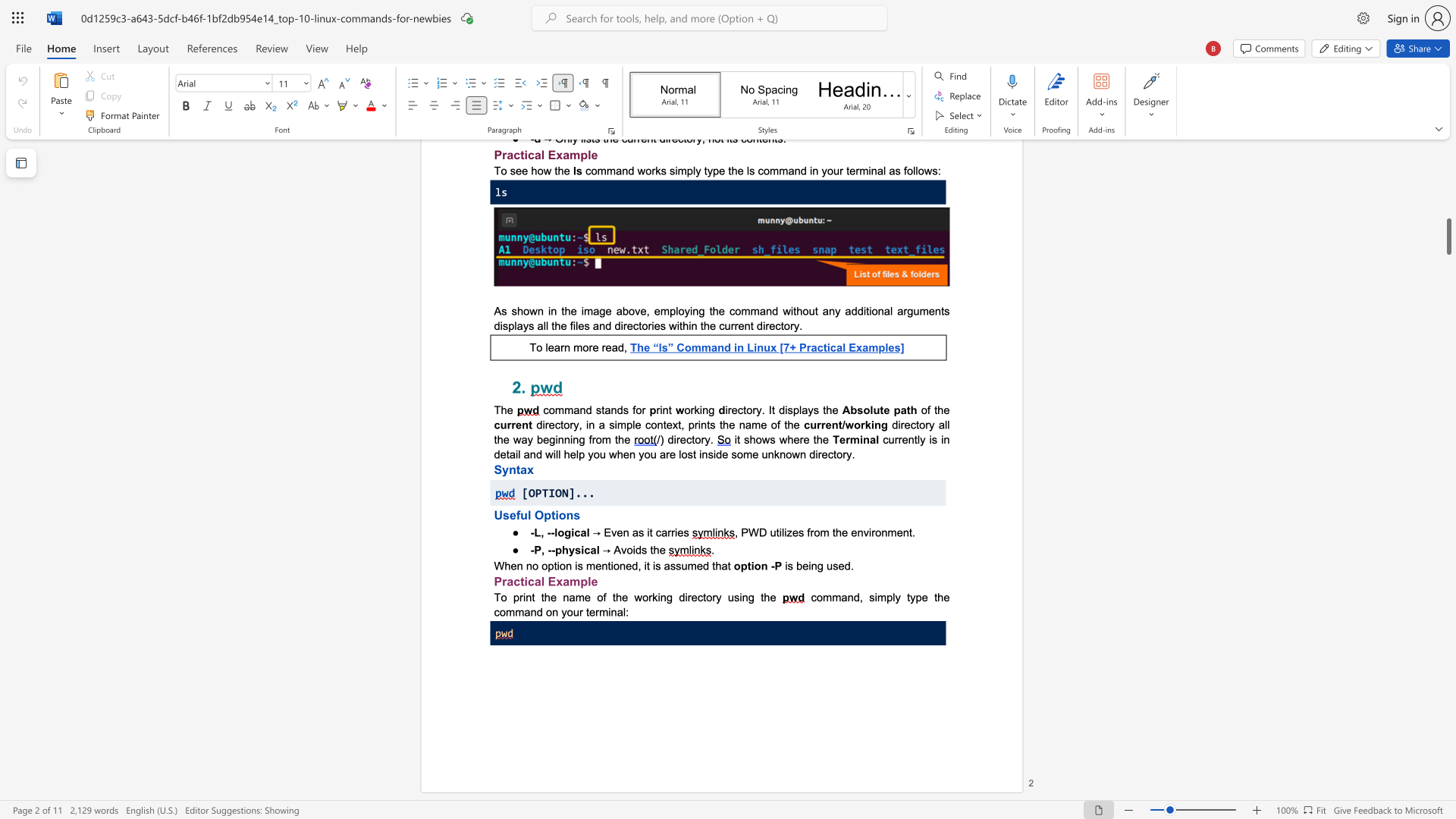 Image resolution: width=1456 pixels, height=819 pixels. What do you see at coordinates (617, 532) in the screenshot?
I see `the subset text "en as" within the text "→ Even as it carries"` at bounding box center [617, 532].